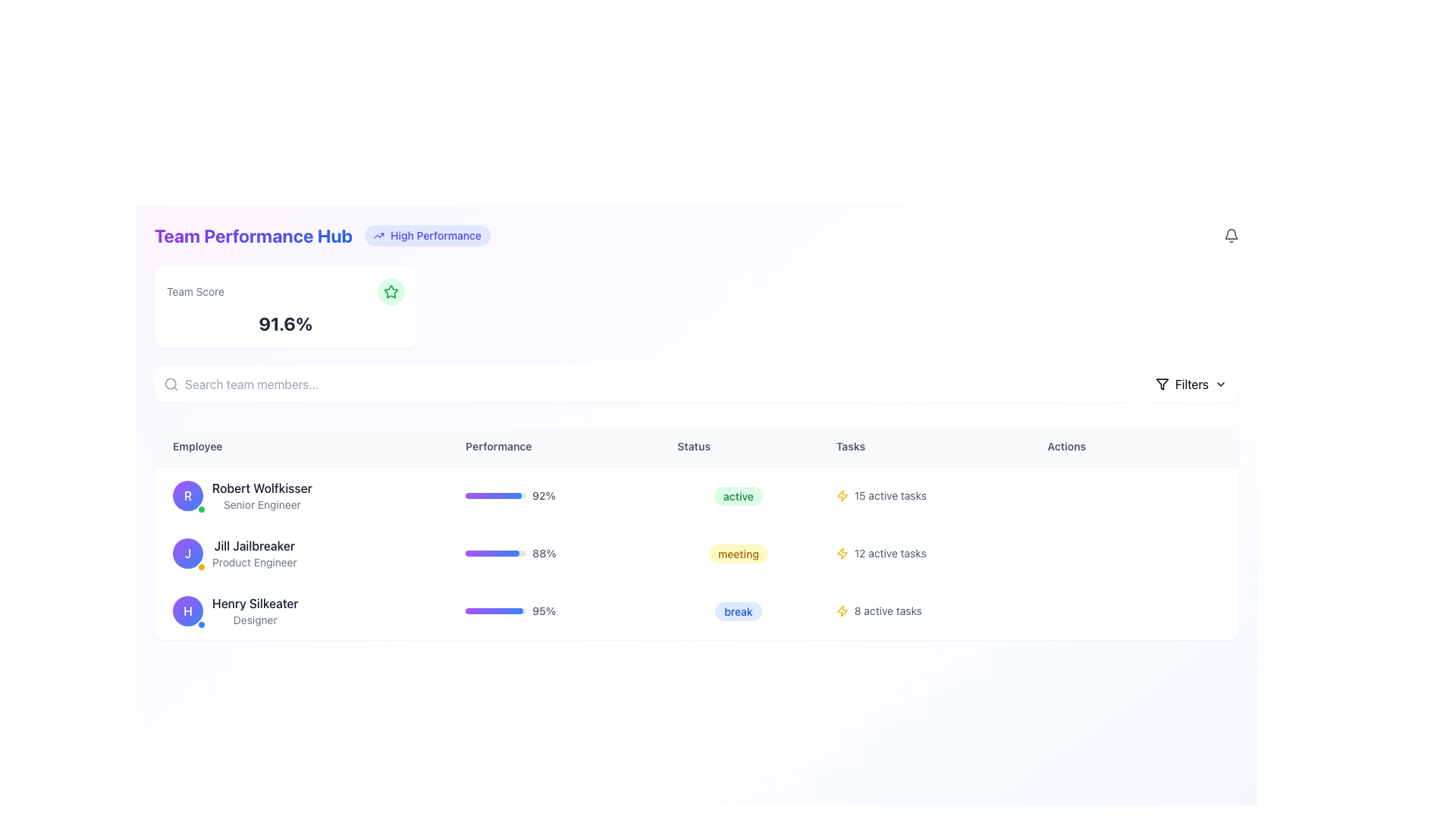 The width and height of the screenshot is (1456, 819). I want to click on the text element displaying '12 active tasks' with a yellow lightning bolt icon, located in the 'Tasks' column of the second row of the table, so click(923, 553).